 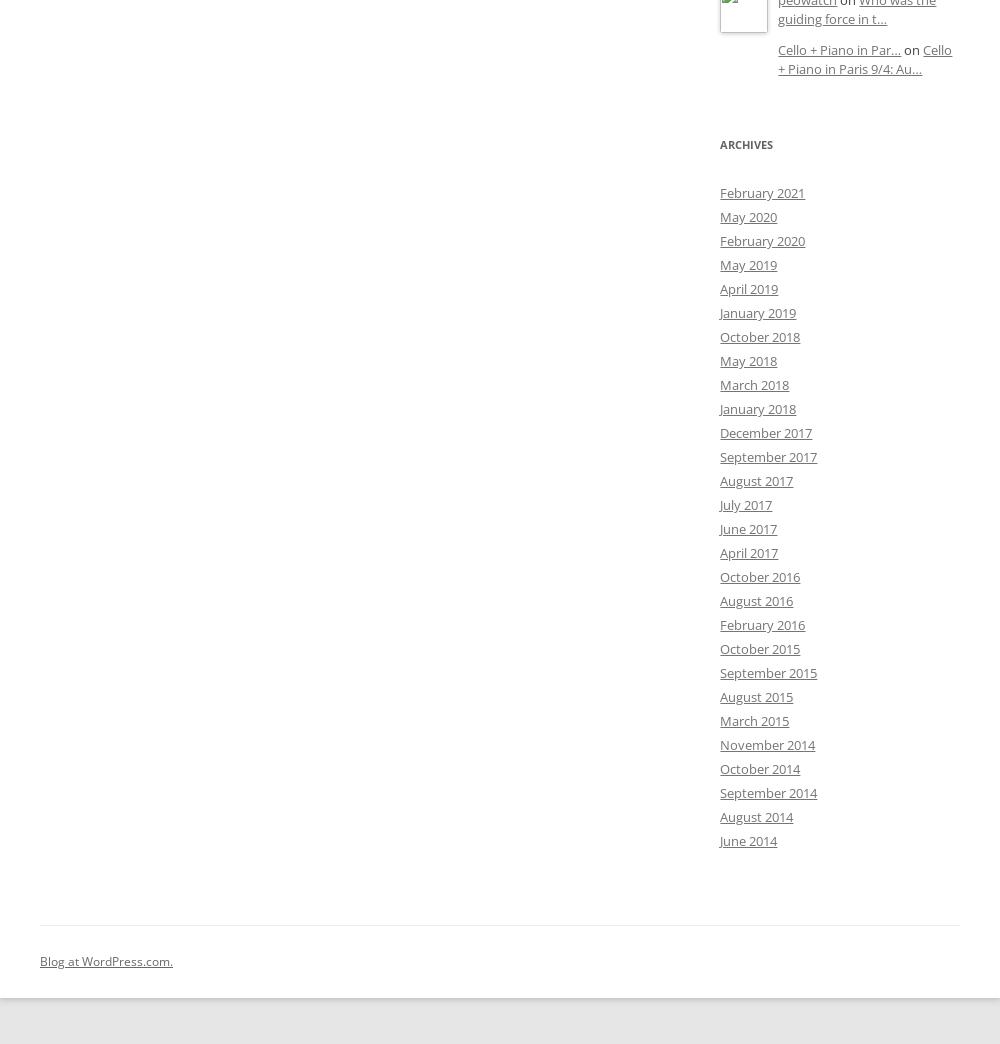 What do you see at coordinates (762, 625) in the screenshot?
I see `'February 2016'` at bounding box center [762, 625].